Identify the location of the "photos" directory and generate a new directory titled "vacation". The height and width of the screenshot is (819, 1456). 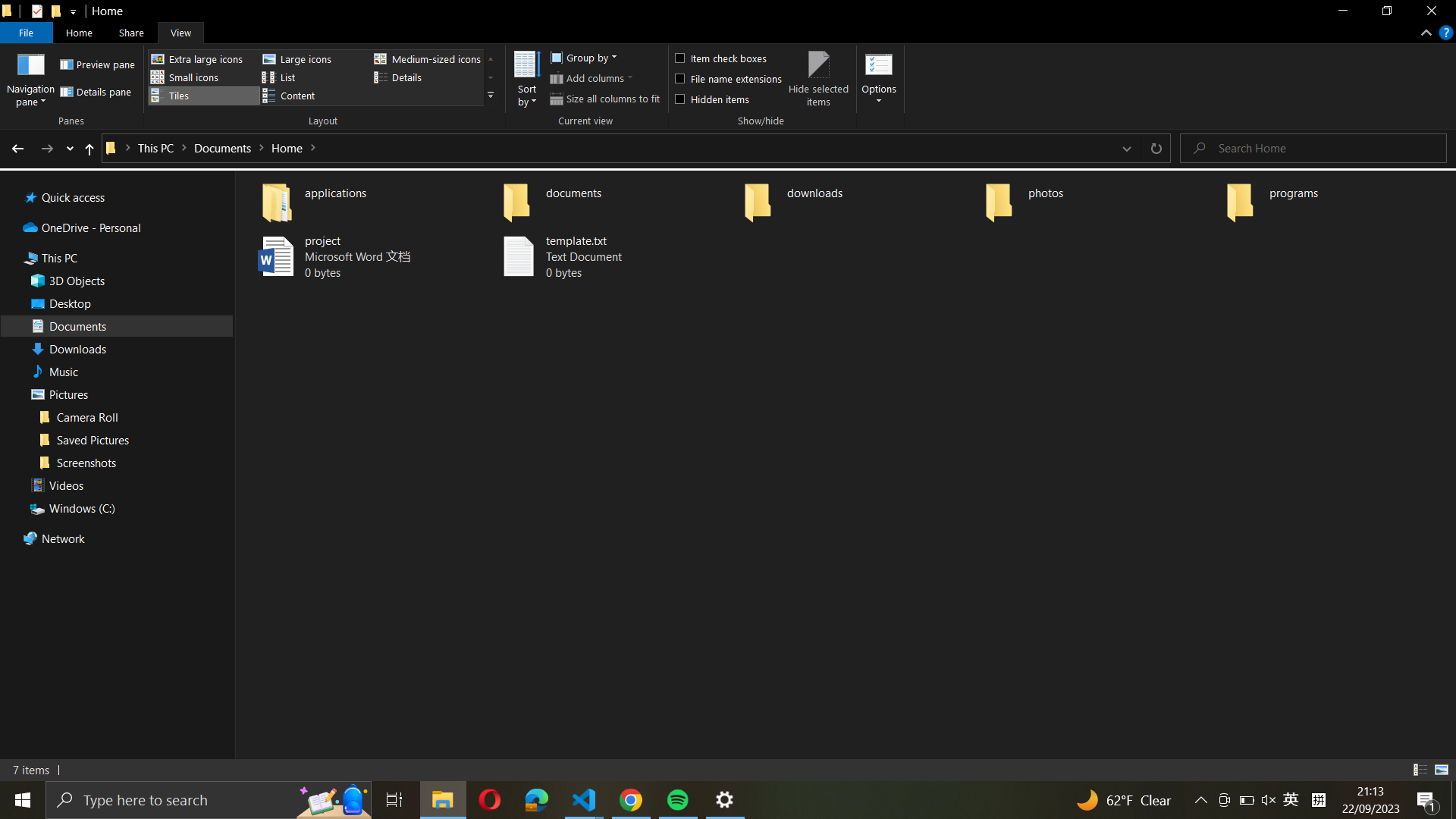
(1099, 198).